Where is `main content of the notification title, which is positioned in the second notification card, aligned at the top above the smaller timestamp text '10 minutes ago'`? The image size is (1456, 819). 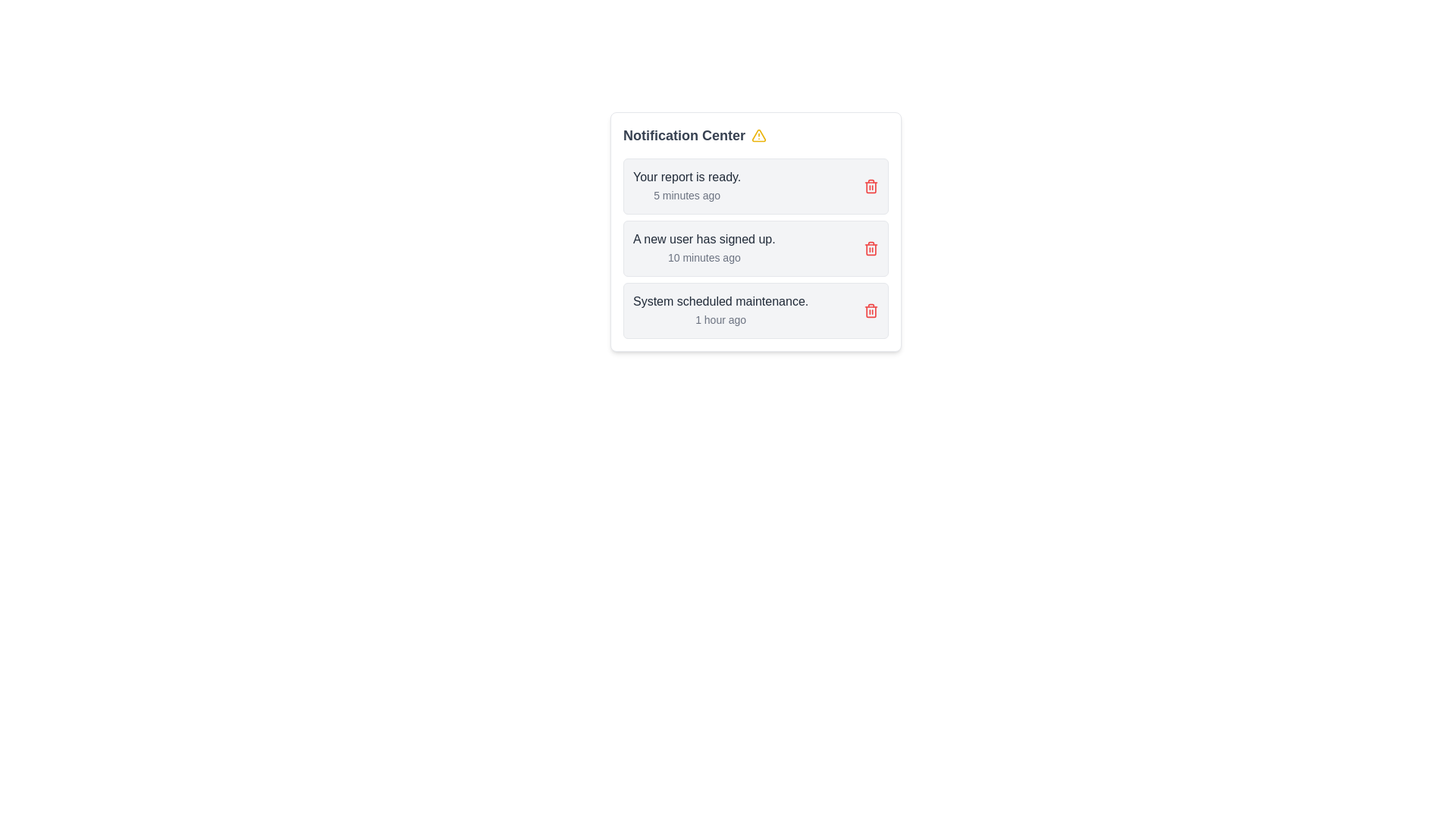 main content of the notification title, which is positioned in the second notification card, aligned at the top above the smaller timestamp text '10 minutes ago' is located at coordinates (703, 239).